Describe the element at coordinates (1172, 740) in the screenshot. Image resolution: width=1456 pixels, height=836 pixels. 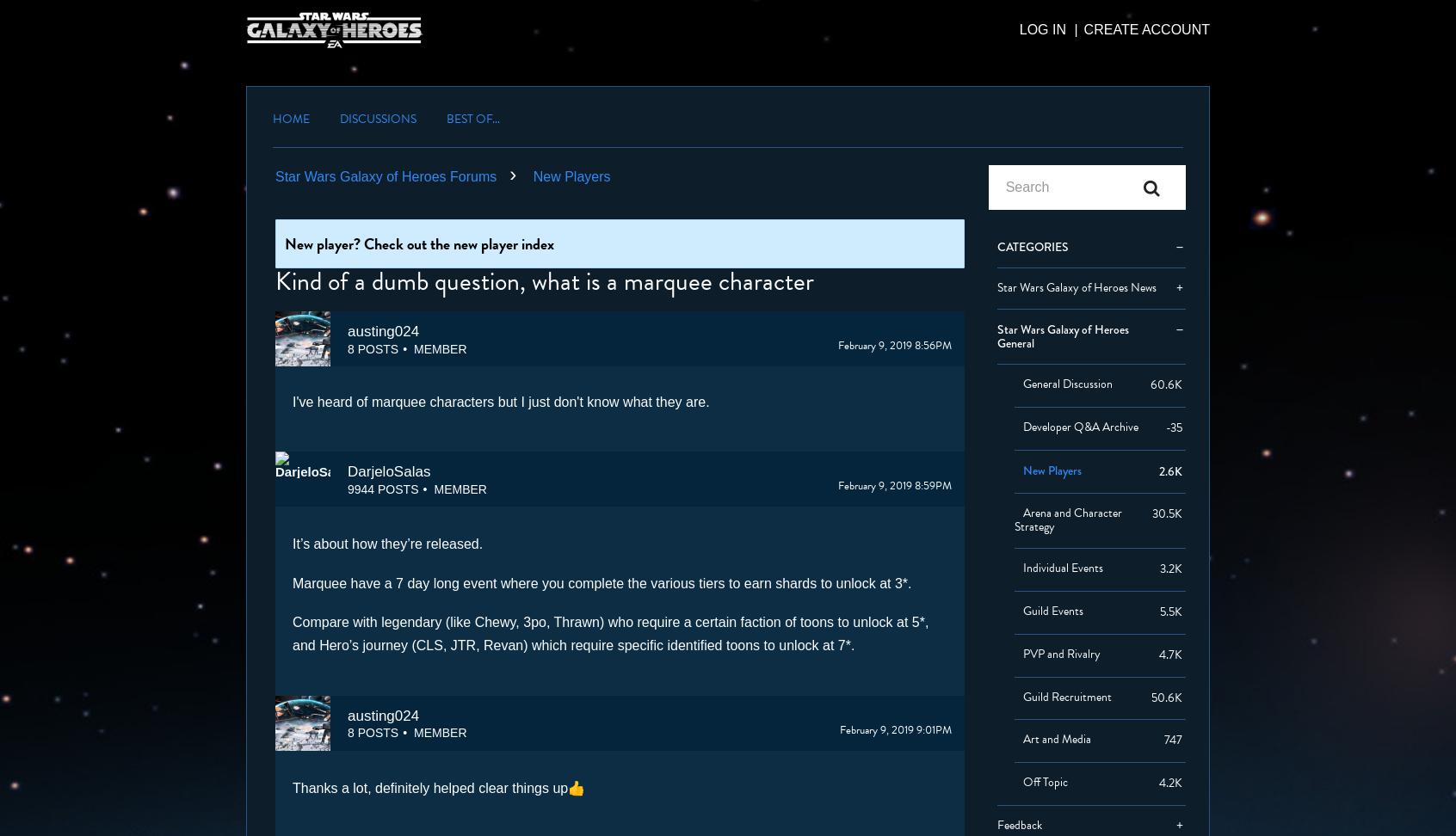
I see `'747'` at that location.